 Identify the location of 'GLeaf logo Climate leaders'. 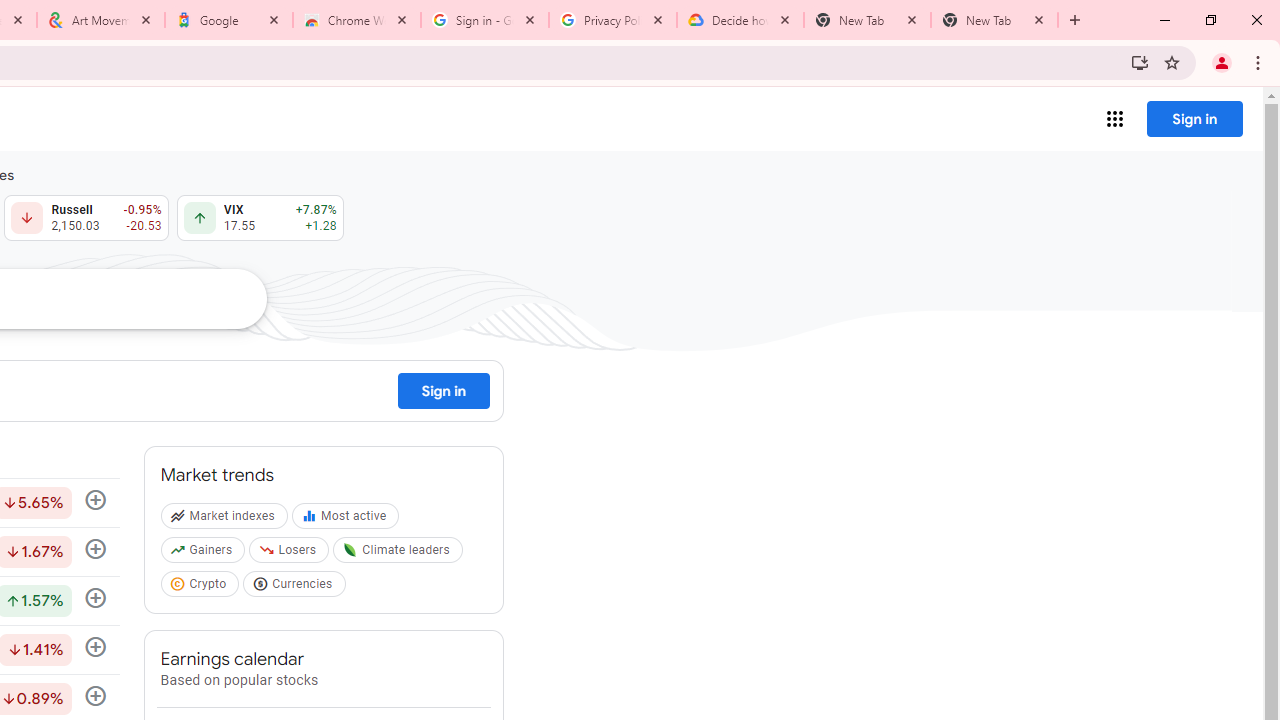
(400, 554).